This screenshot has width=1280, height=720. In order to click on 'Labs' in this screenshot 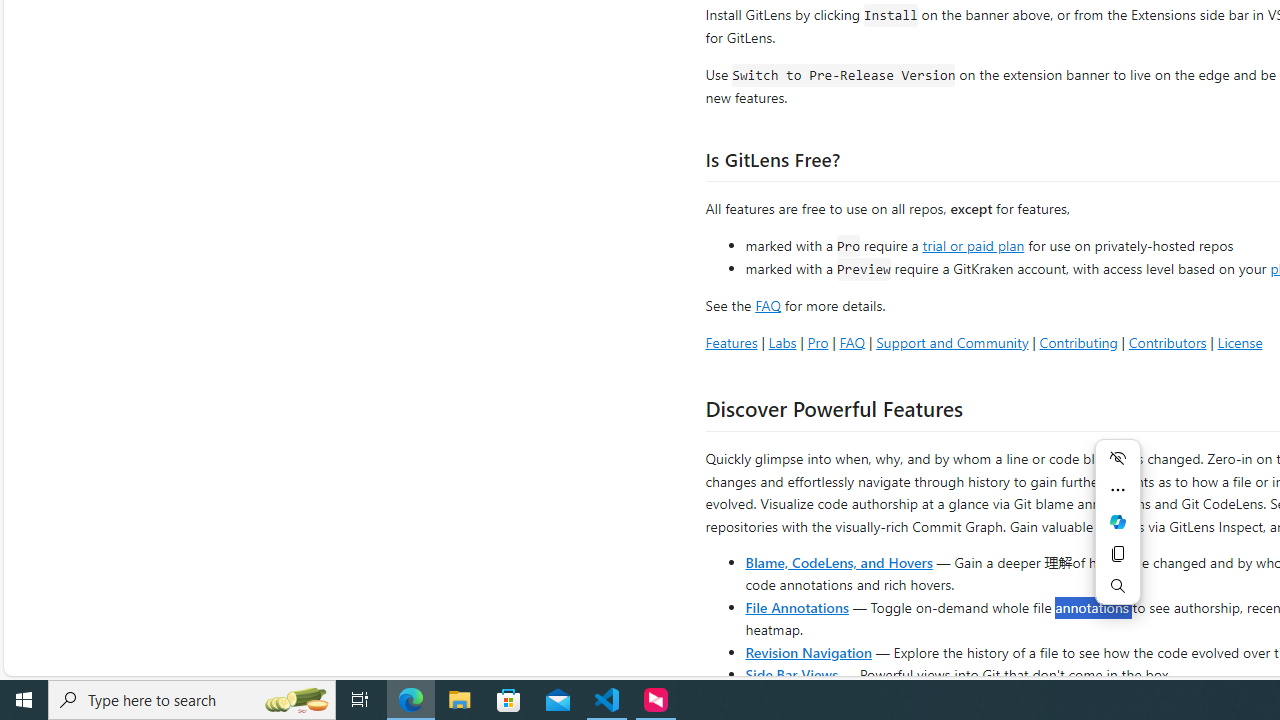, I will do `click(781, 341)`.